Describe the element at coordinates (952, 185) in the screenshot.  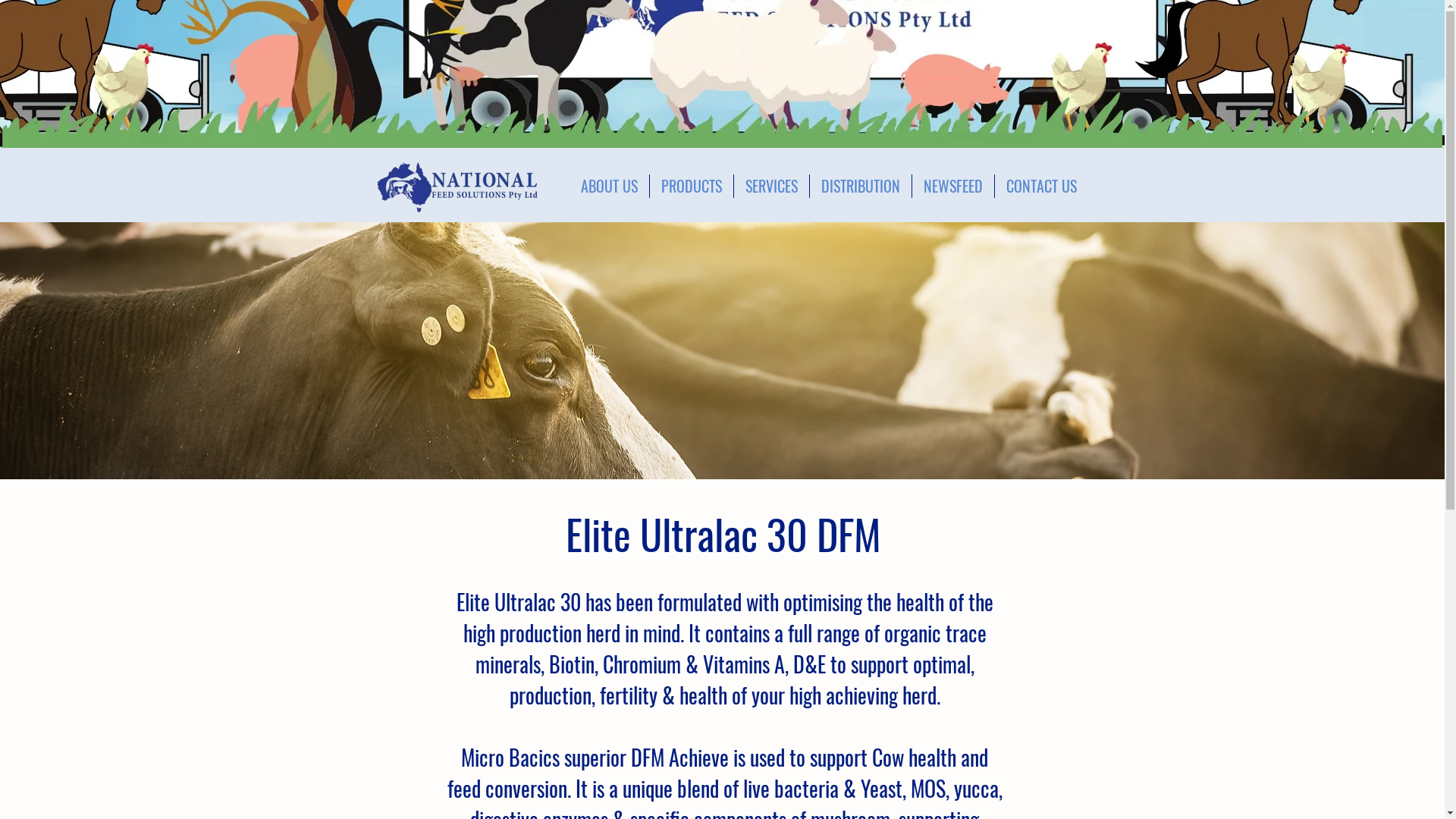
I see `'NEWSFEED'` at that location.